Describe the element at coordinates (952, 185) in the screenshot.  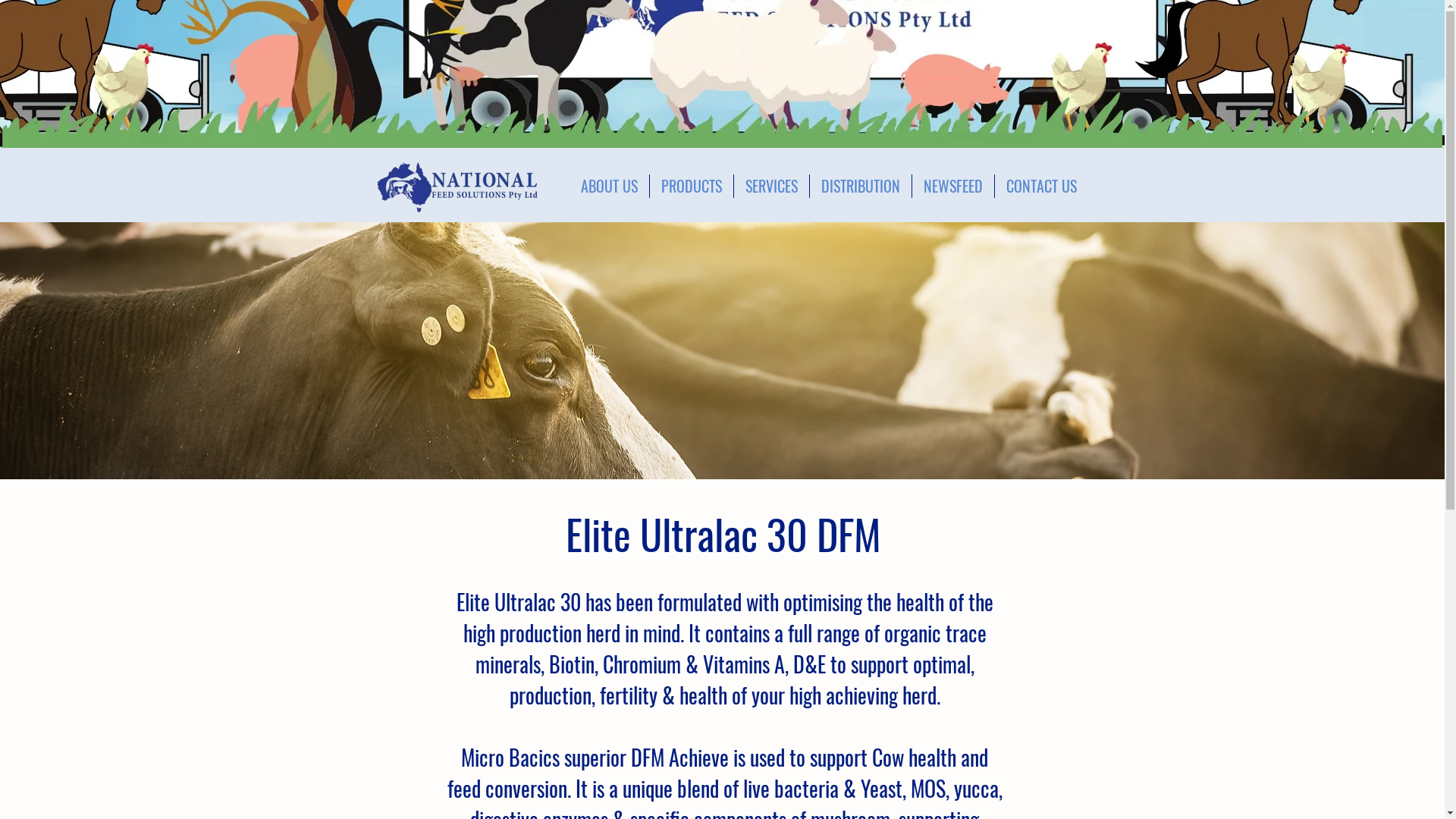
I see `'NEWSFEED'` at that location.